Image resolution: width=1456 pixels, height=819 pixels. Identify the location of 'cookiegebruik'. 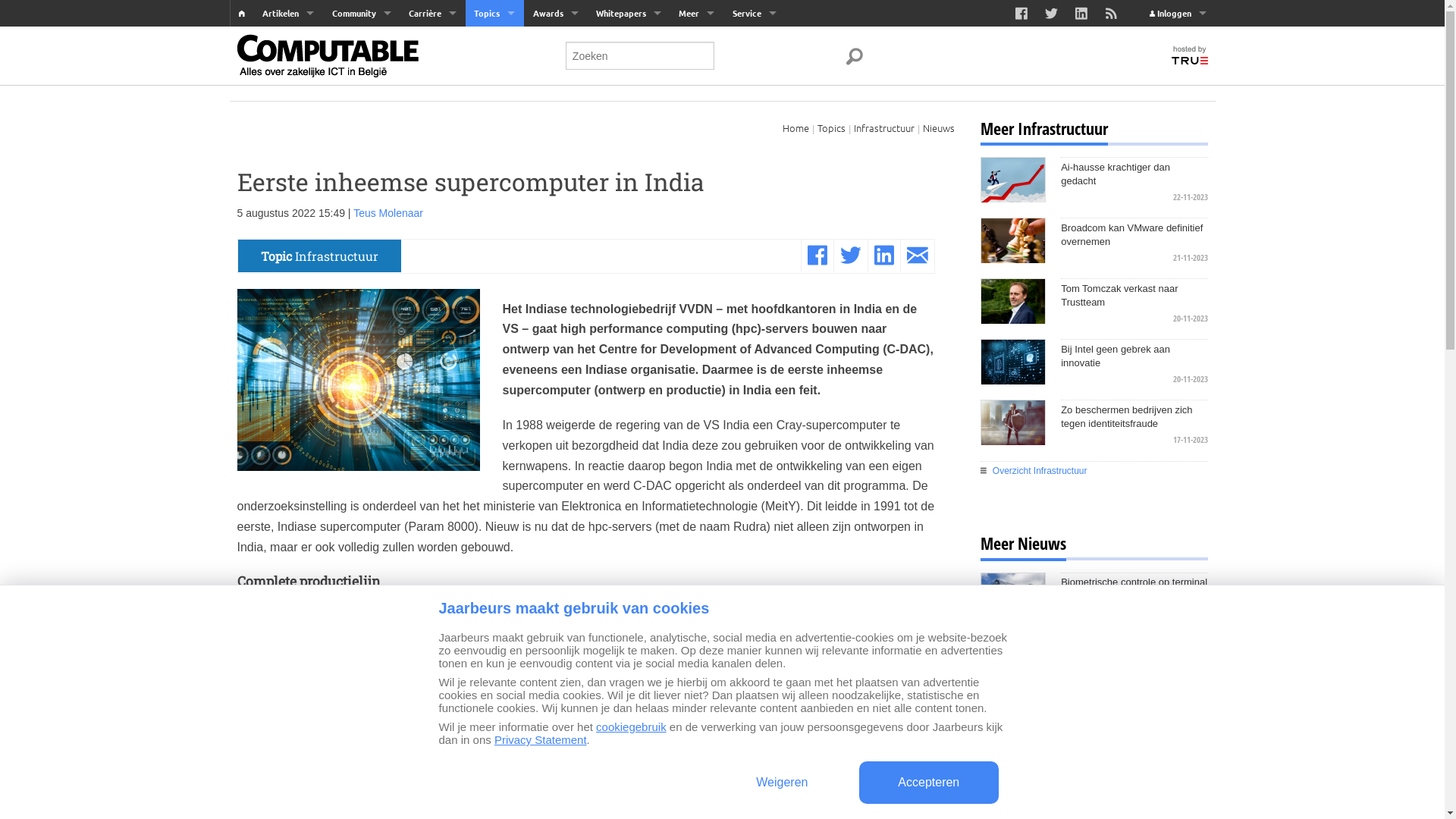
(631, 726).